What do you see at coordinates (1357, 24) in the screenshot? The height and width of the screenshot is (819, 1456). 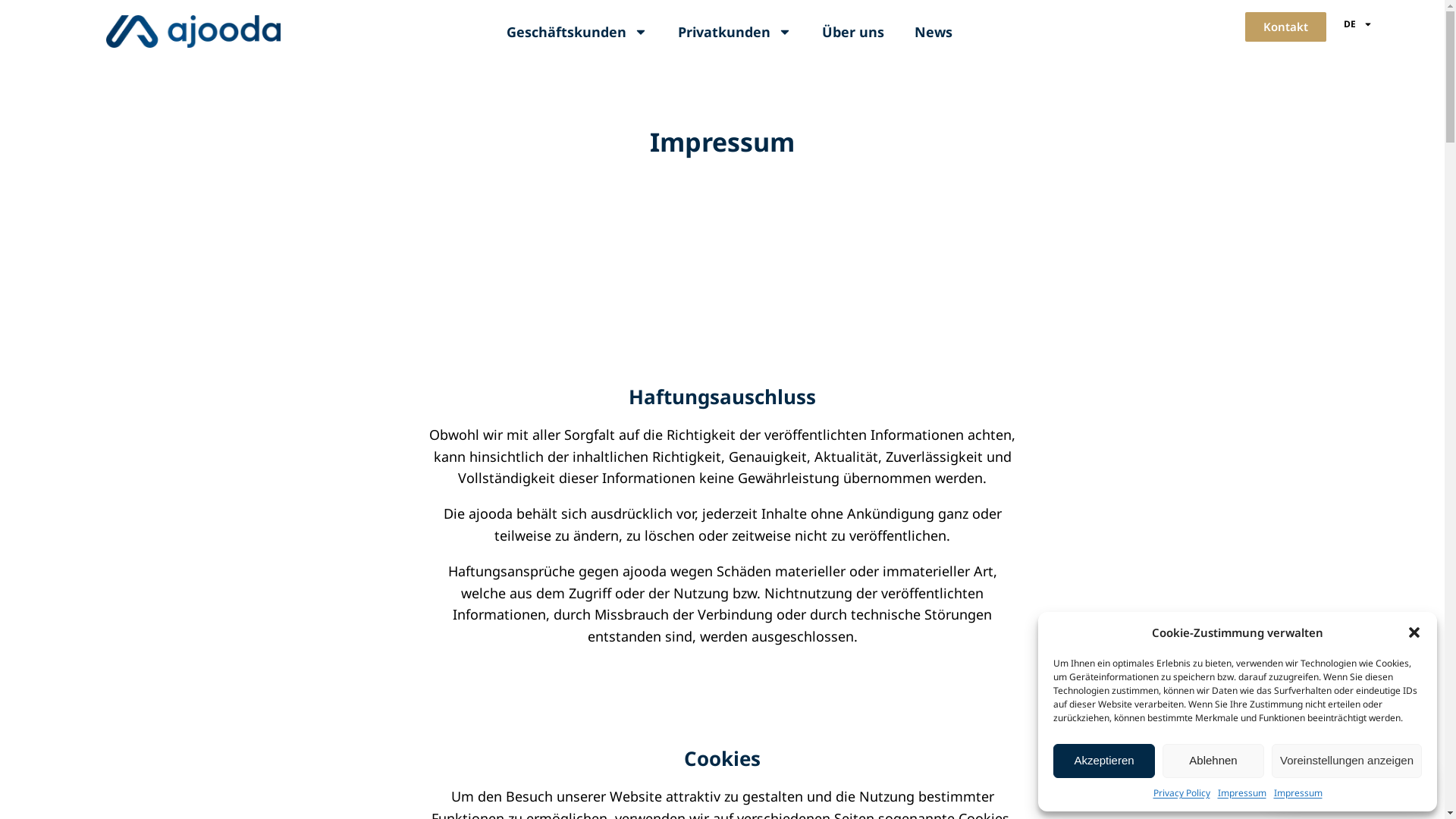 I see `'DE'` at bounding box center [1357, 24].